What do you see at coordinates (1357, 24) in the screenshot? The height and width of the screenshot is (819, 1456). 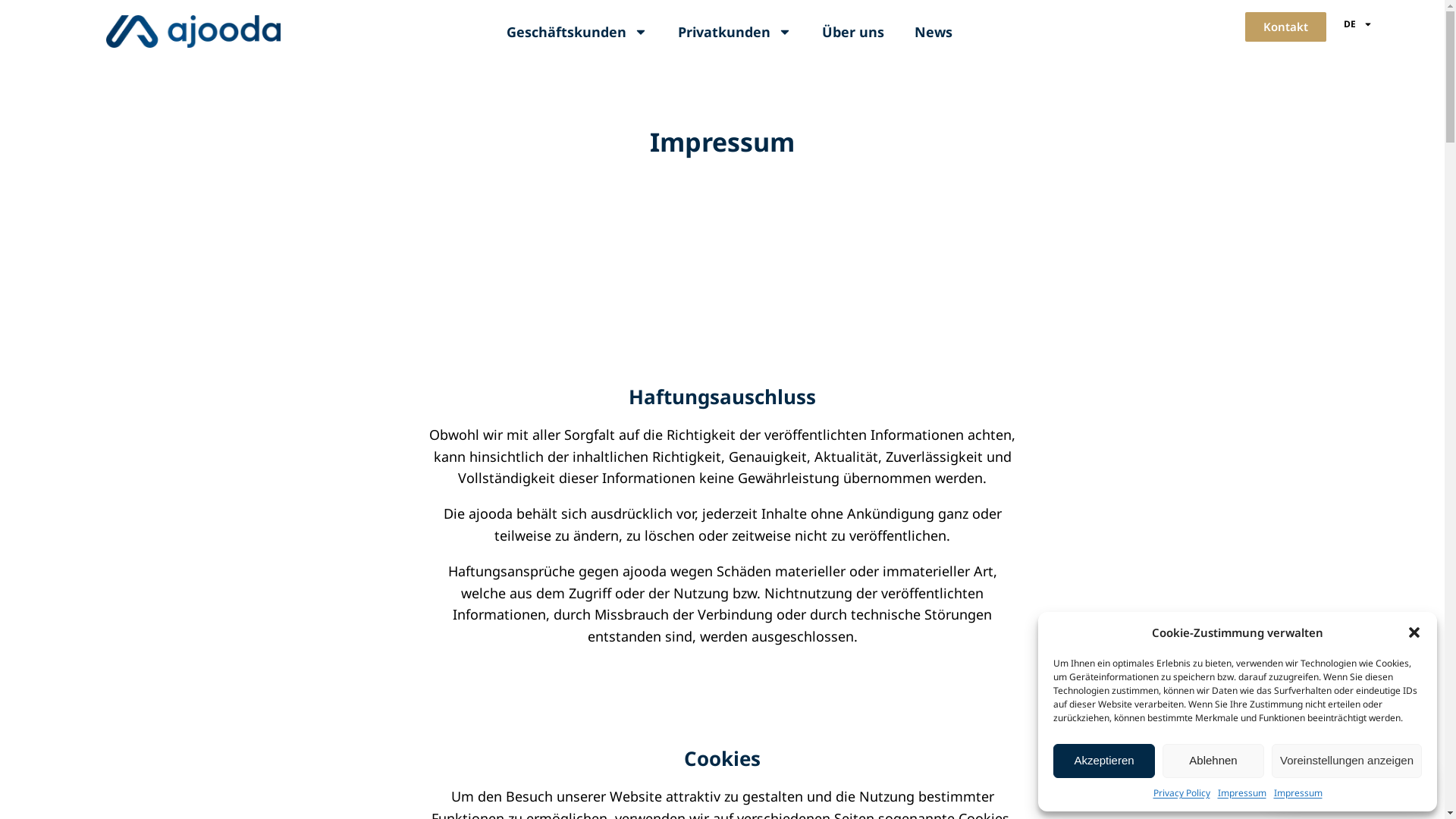 I see `'DE'` at bounding box center [1357, 24].